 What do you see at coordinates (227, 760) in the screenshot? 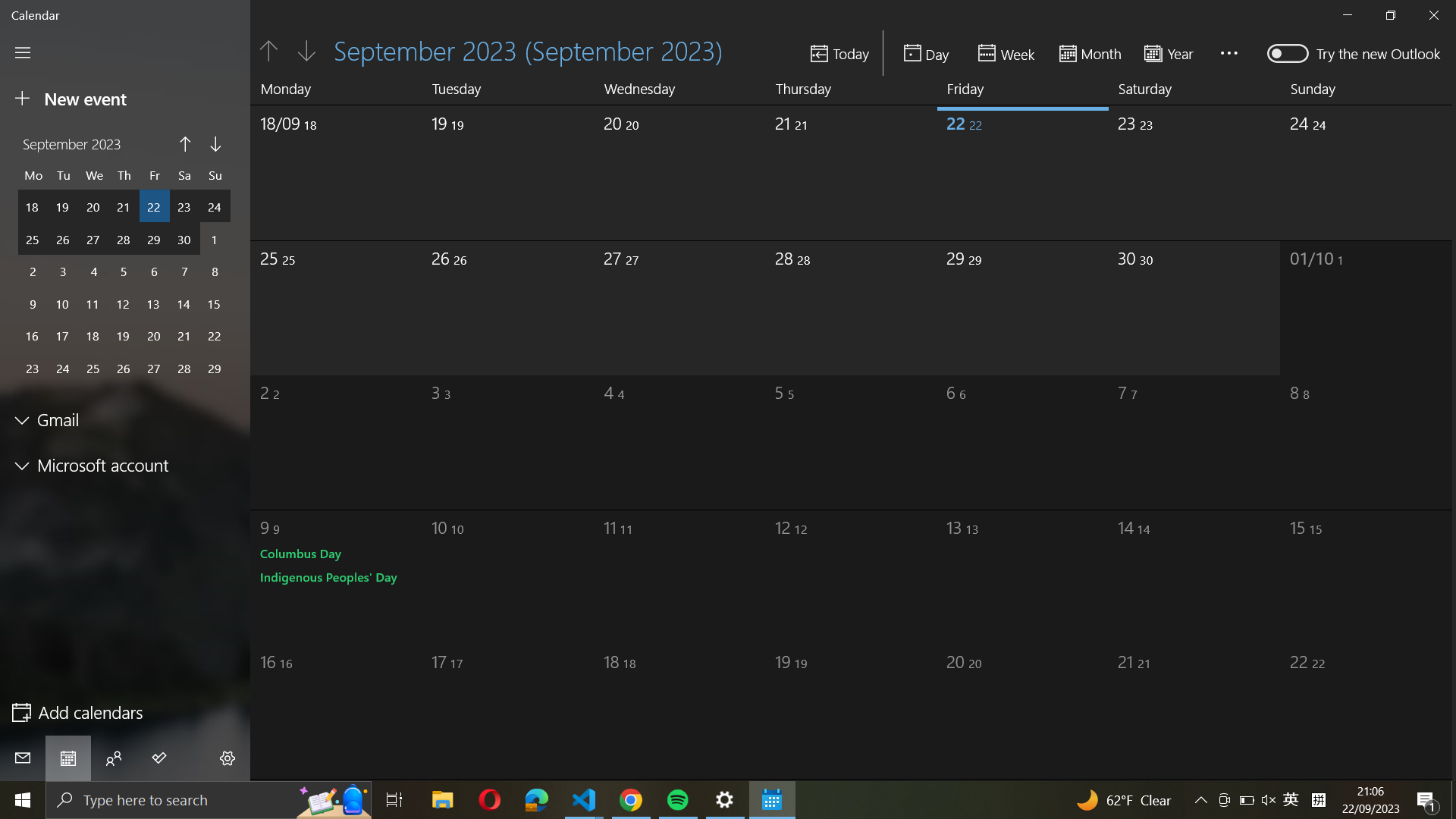
I see `Scroll upward in the menu` at bounding box center [227, 760].